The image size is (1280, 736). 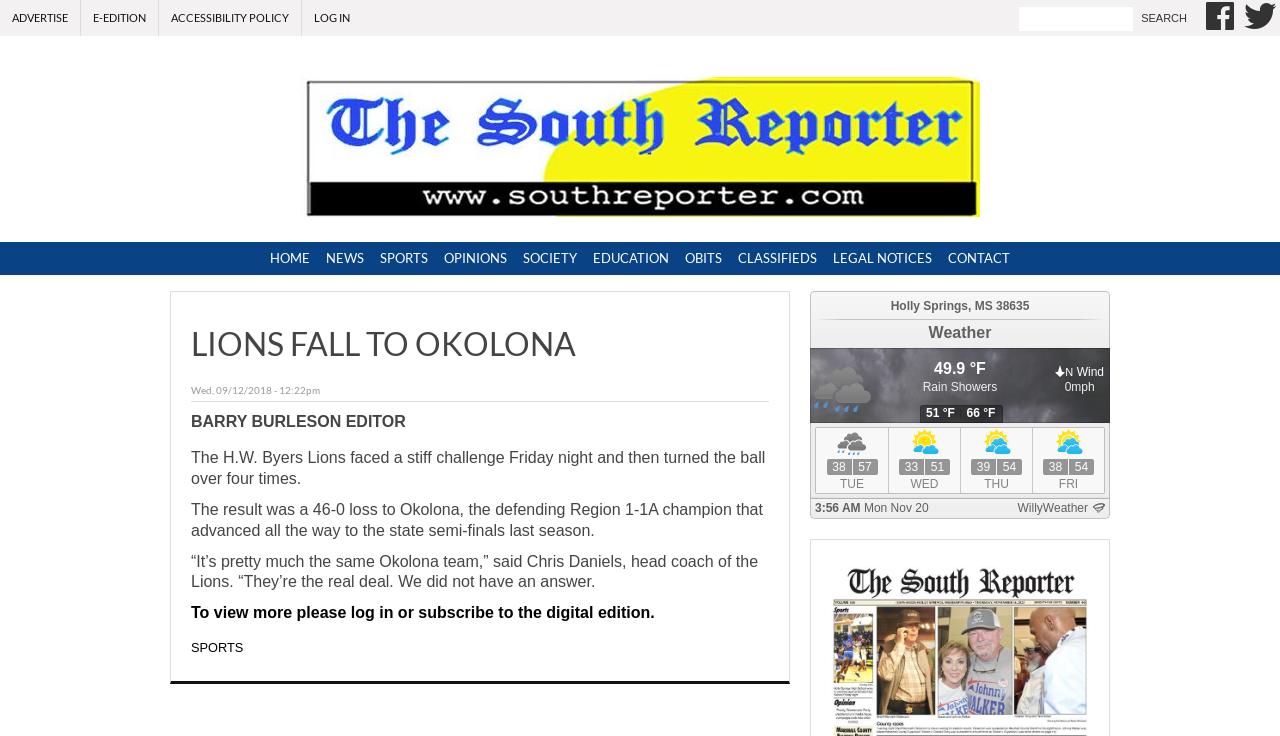 What do you see at coordinates (592, 257) in the screenshot?
I see `'Education'` at bounding box center [592, 257].